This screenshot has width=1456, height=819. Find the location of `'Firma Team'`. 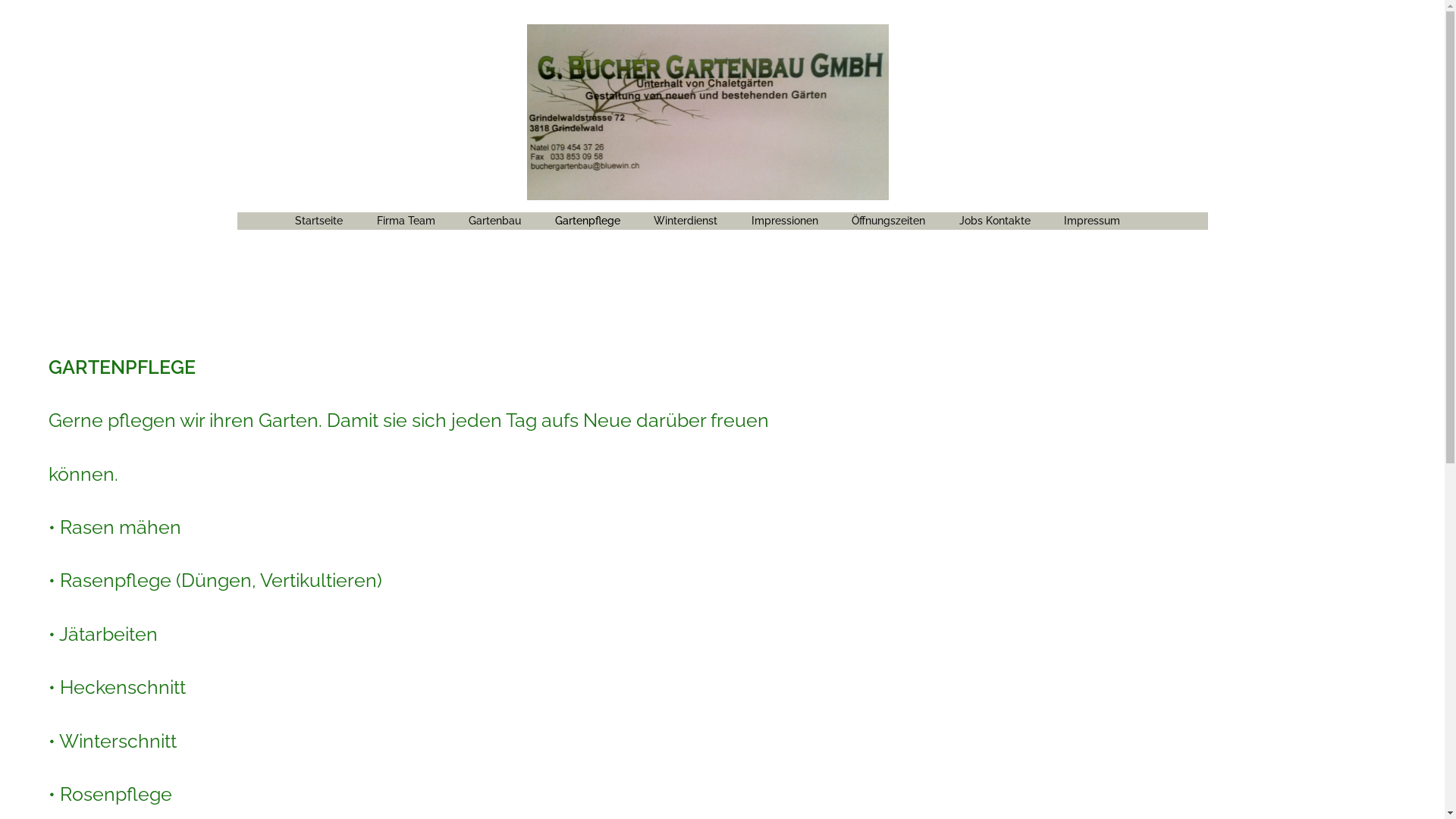

'Firma Team' is located at coordinates (406, 220).